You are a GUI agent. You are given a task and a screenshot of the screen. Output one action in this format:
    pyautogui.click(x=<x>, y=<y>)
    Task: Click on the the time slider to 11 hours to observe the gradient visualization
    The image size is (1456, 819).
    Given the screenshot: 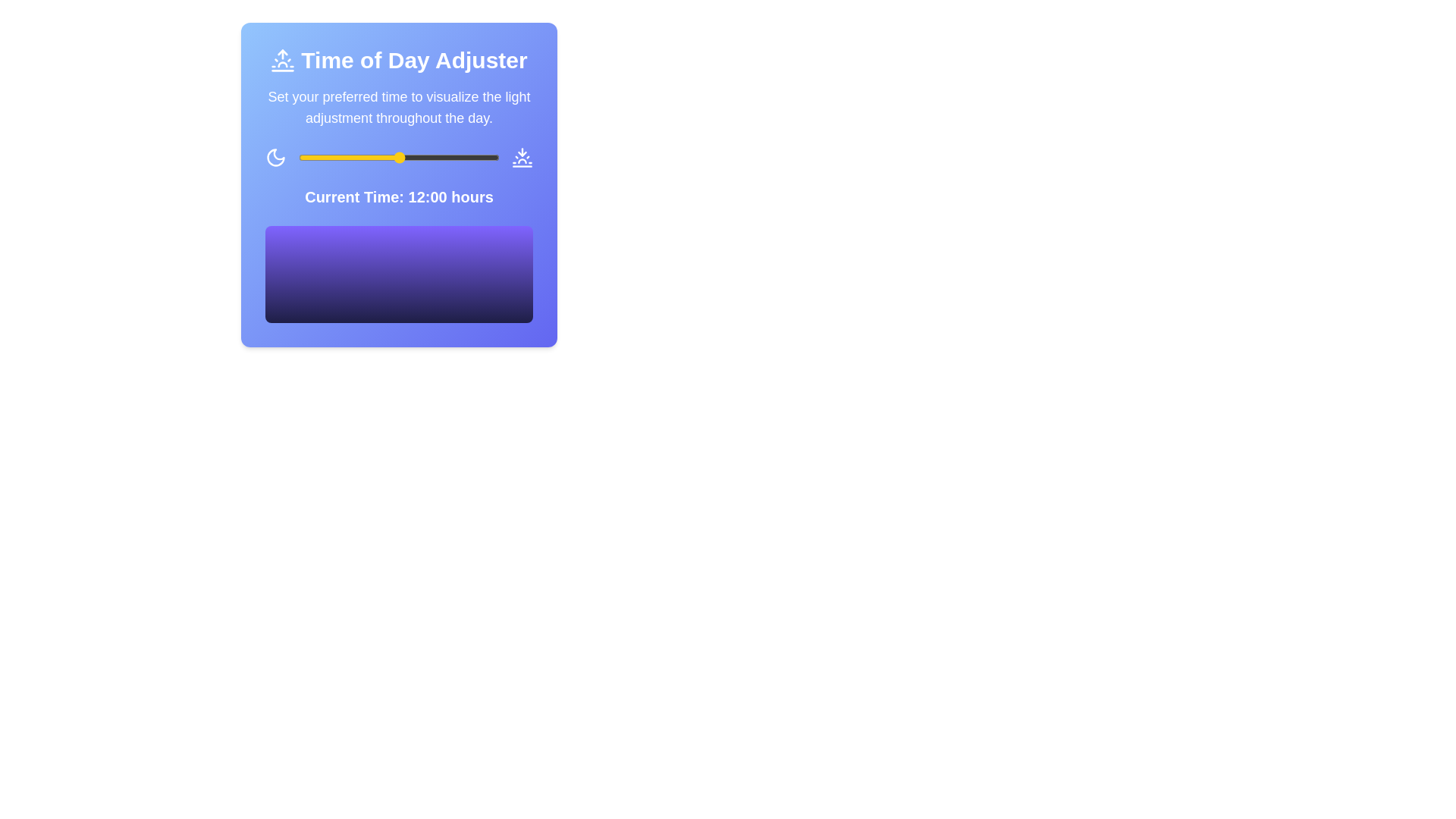 What is the action you would take?
    pyautogui.click(x=391, y=158)
    